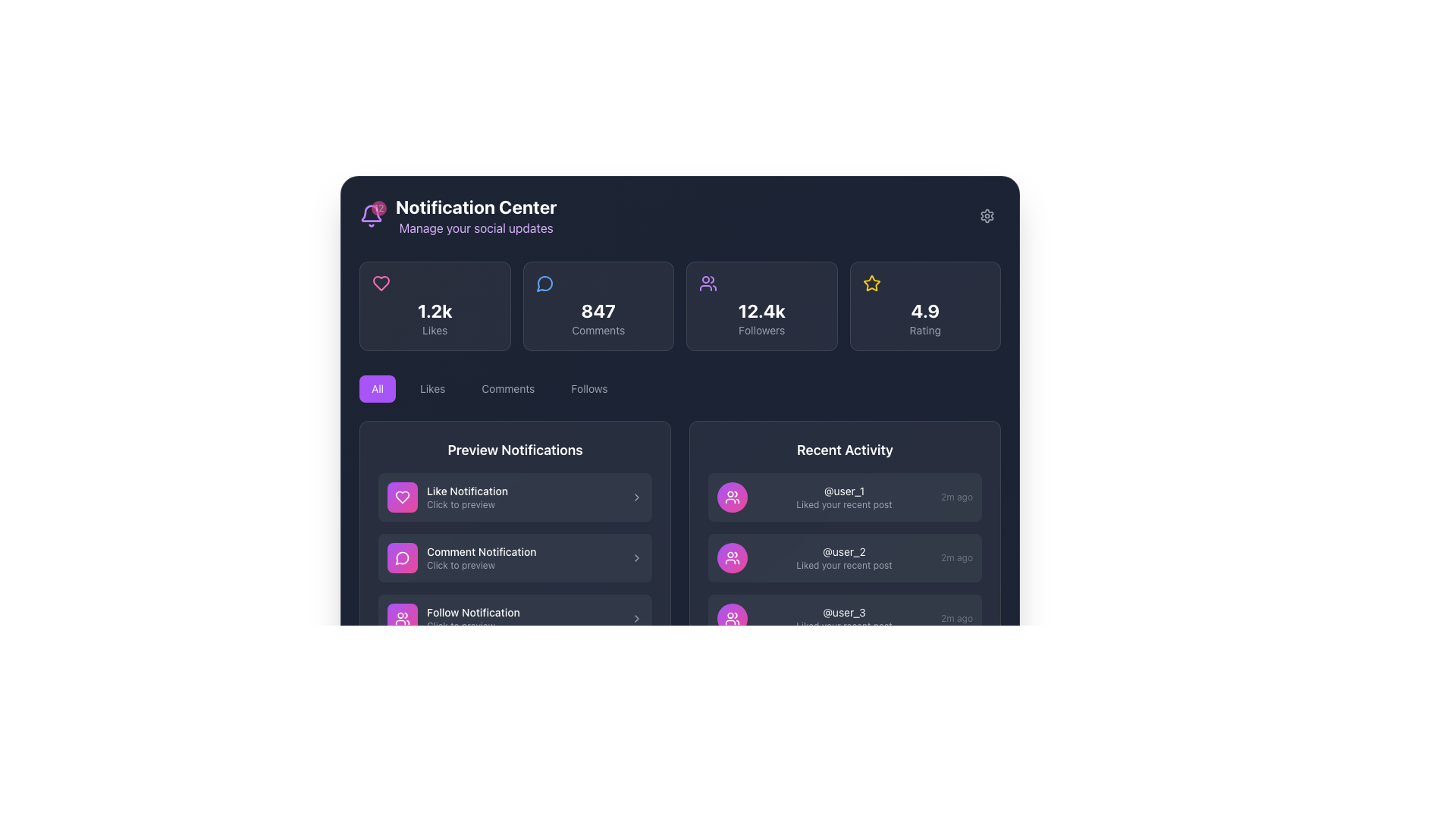 This screenshot has height=819, width=1456. I want to click on the Notification Badge which indicates the number of unread notifications, located on the top-right corner of the notification bell icon, so click(378, 208).